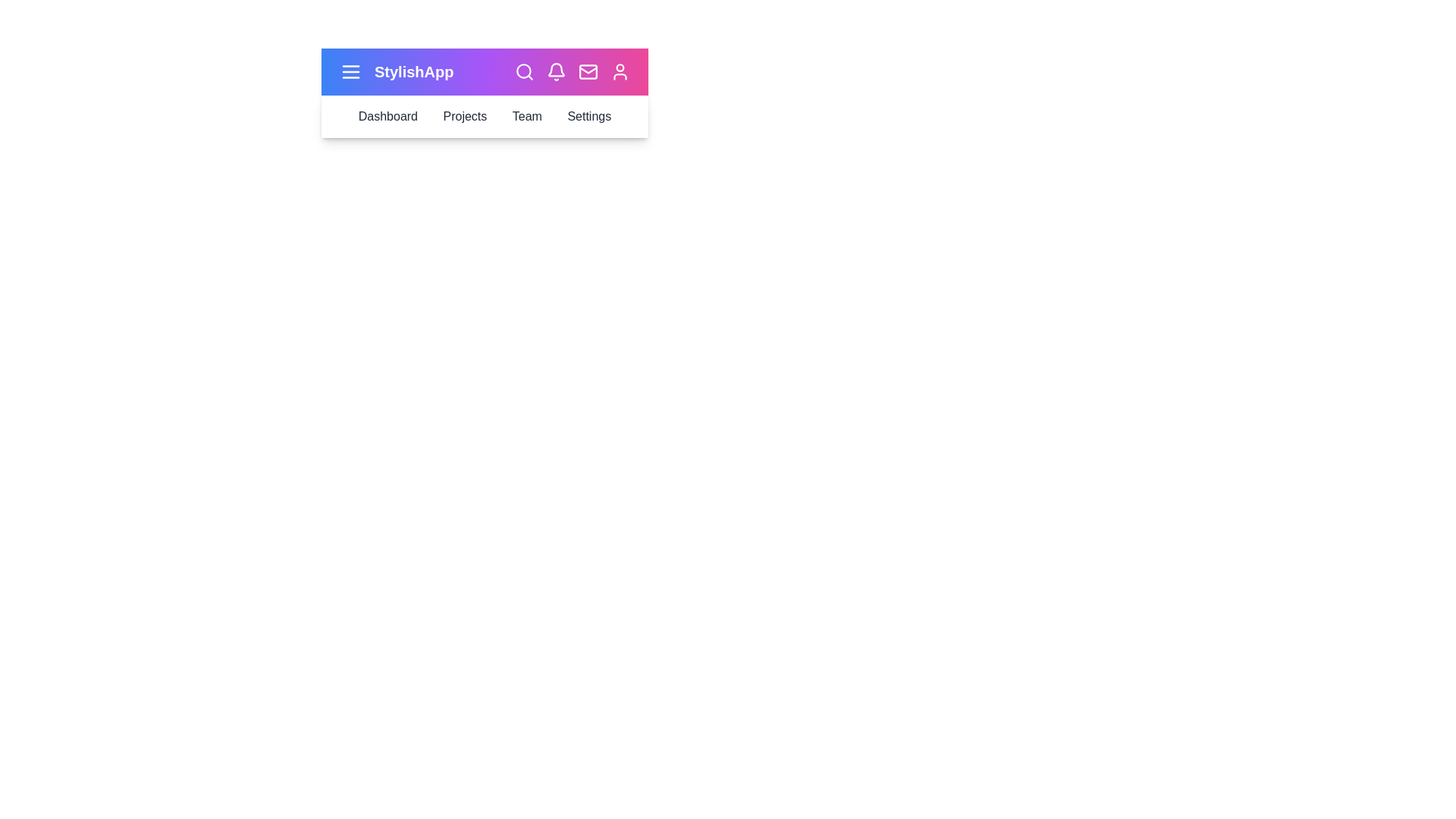  Describe the element at coordinates (620, 72) in the screenshot. I see `the user icon to open the user profile` at that location.